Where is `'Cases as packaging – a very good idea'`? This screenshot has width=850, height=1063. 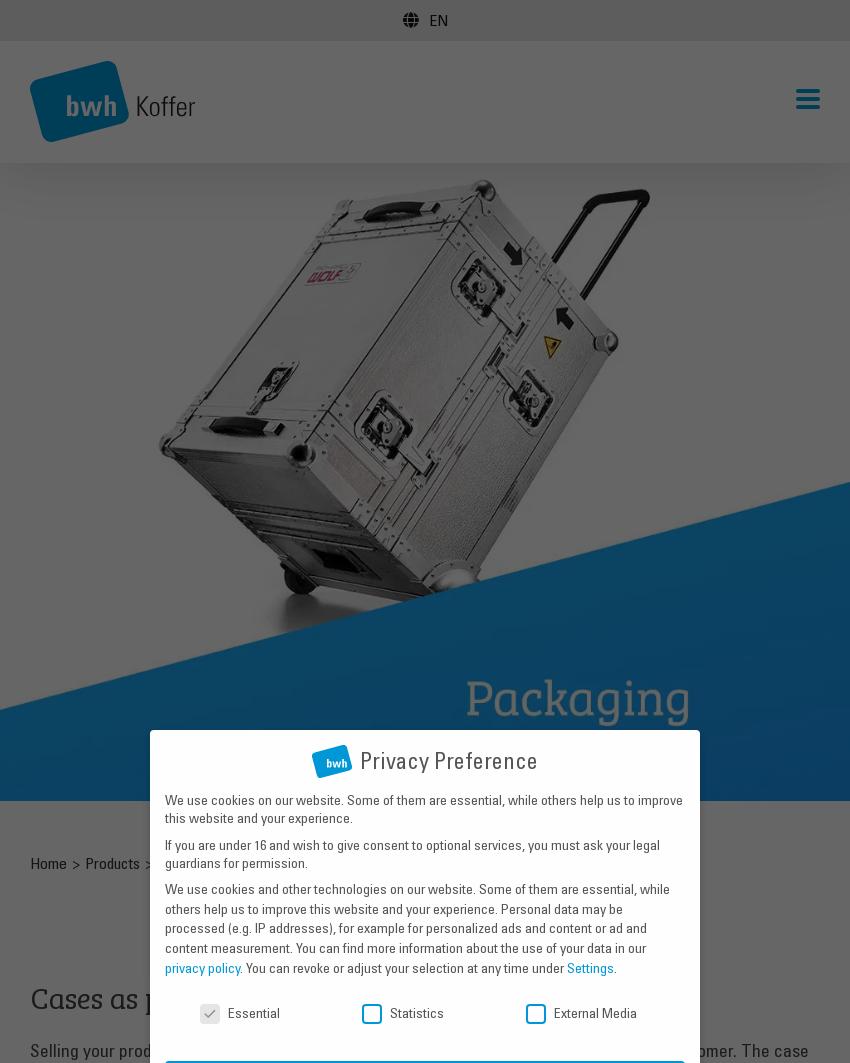
'Cases as packaging – a very good idea' is located at coordinates (27, 993).